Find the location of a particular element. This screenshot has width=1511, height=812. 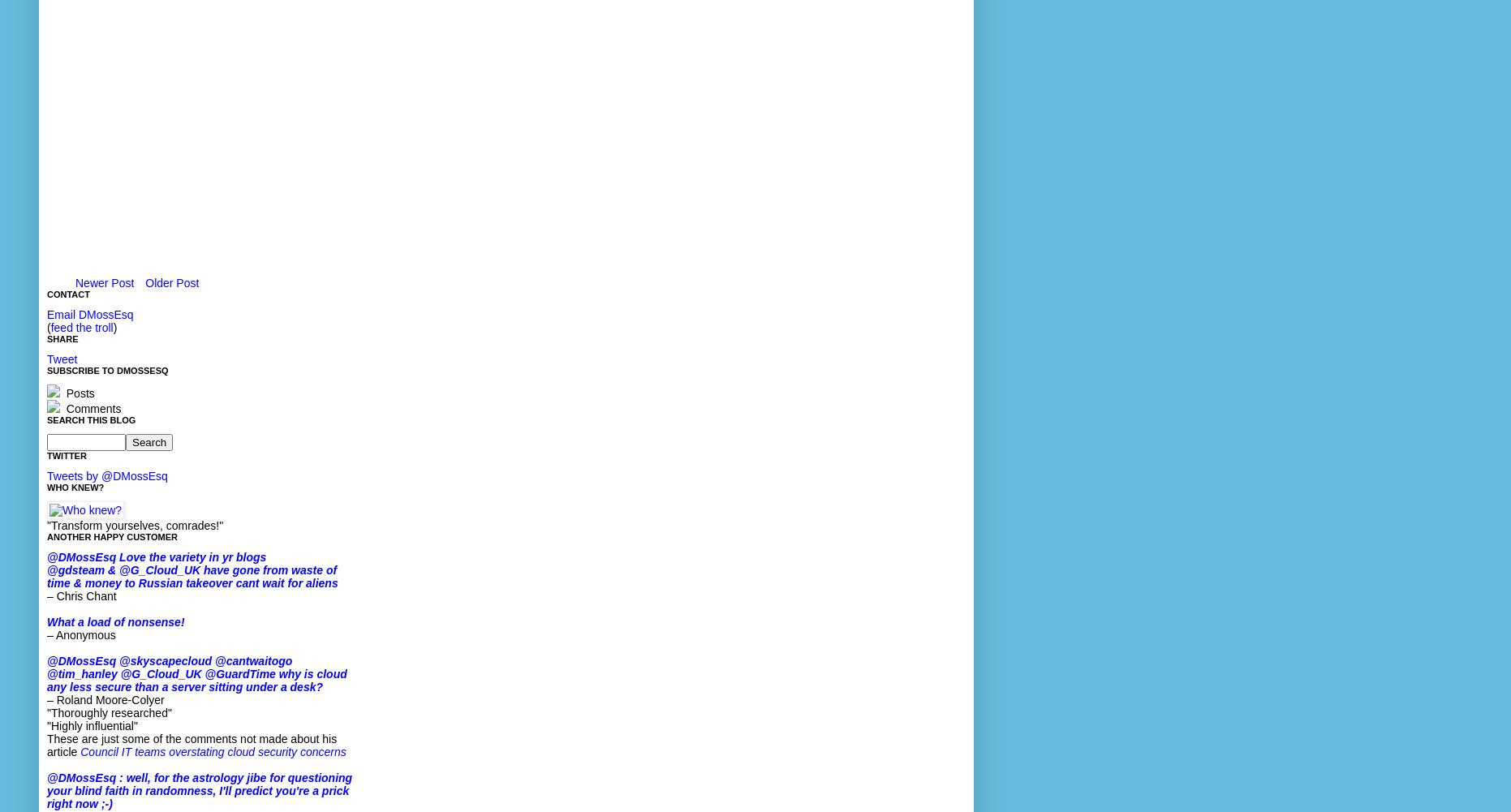

'"Thoroughly researched"' is located at coordinates (45, 712).